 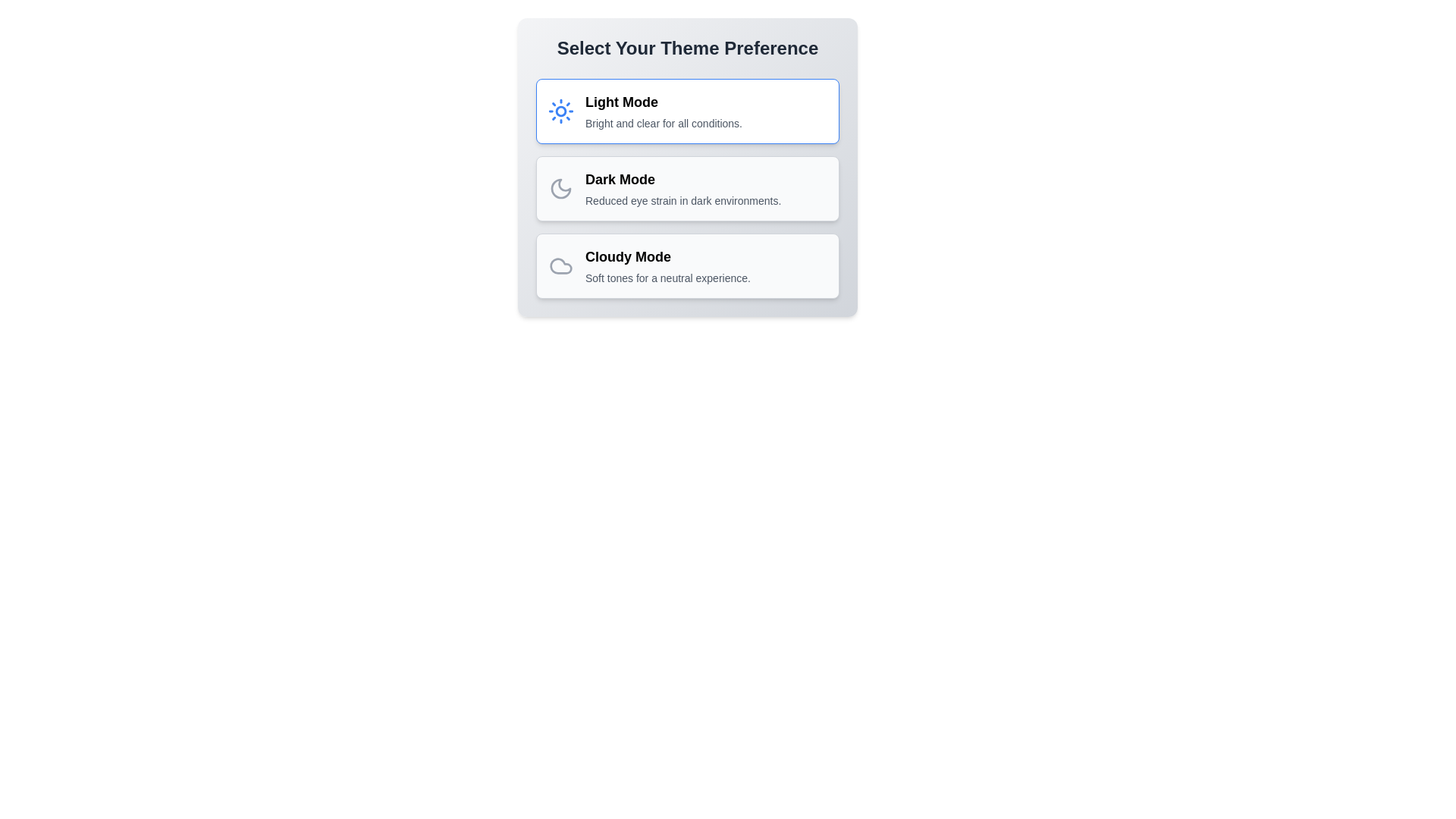 What do you see at coordinates (560, 110) in the screenshot?
I see `the SVG circle shape that is part of the blue sun-like icon to the left of the 'Light Mode' text in the 'Select Your Theme Preference' box` at bounding box center [560, 110].